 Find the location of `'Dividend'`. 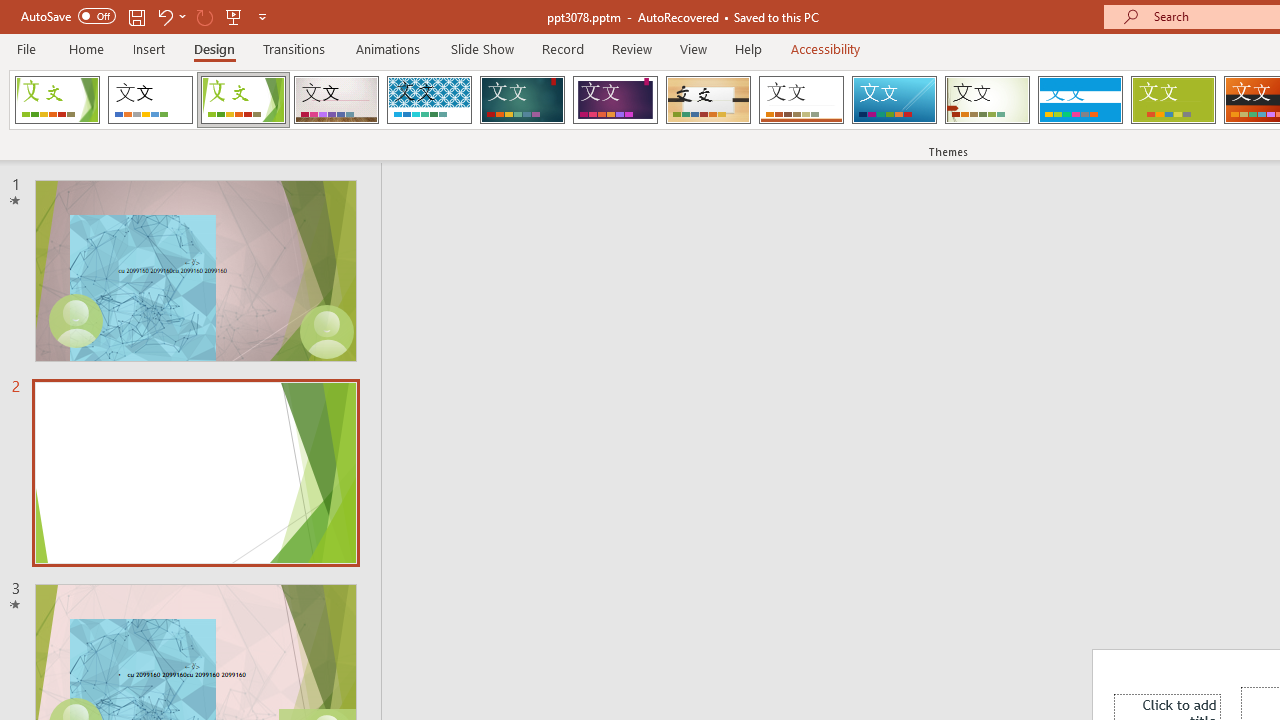

'Dividend' is located at coordinates (57, 100).